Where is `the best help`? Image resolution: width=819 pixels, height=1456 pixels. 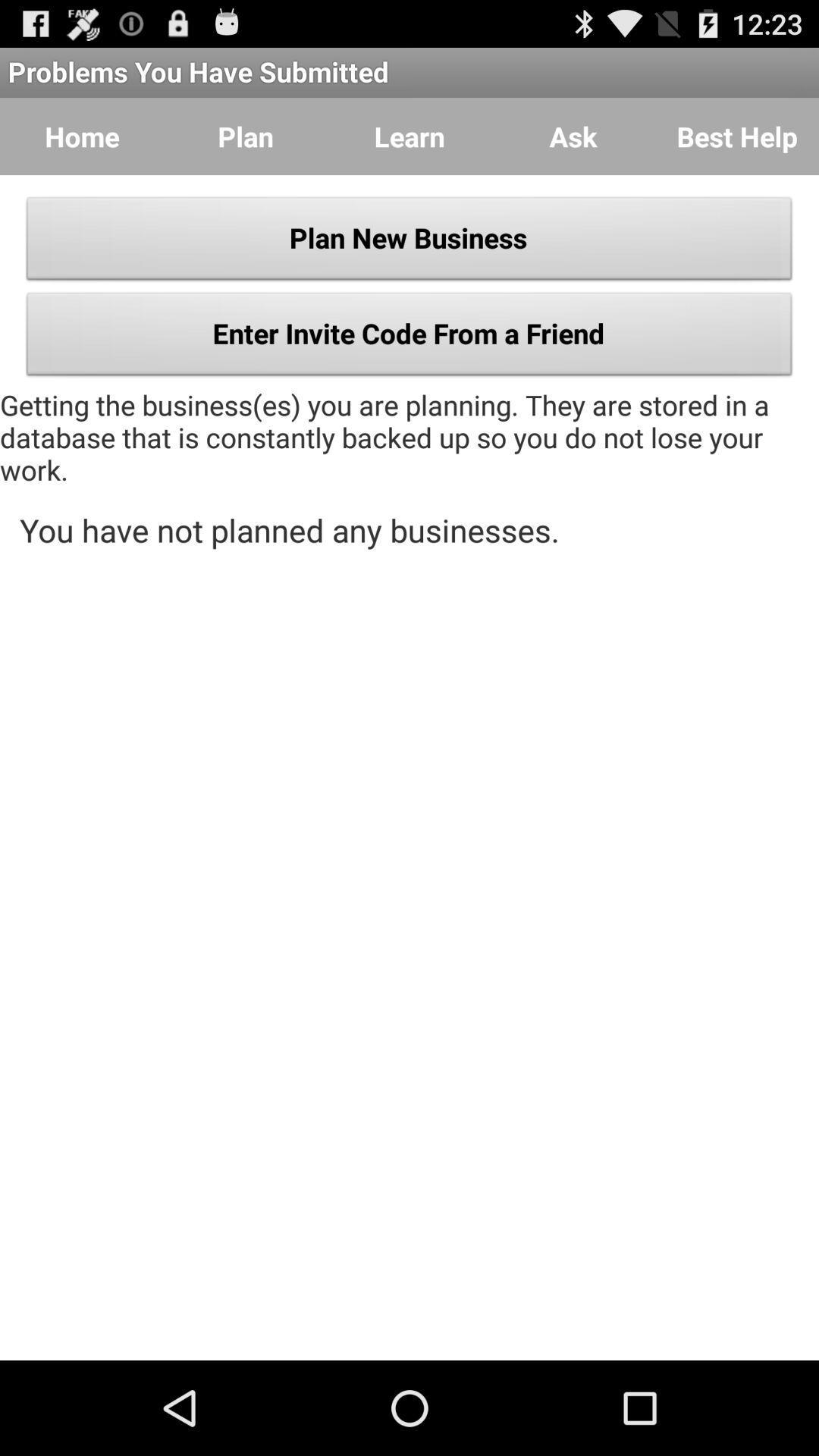
the best help is located at coordinates (736, 136).